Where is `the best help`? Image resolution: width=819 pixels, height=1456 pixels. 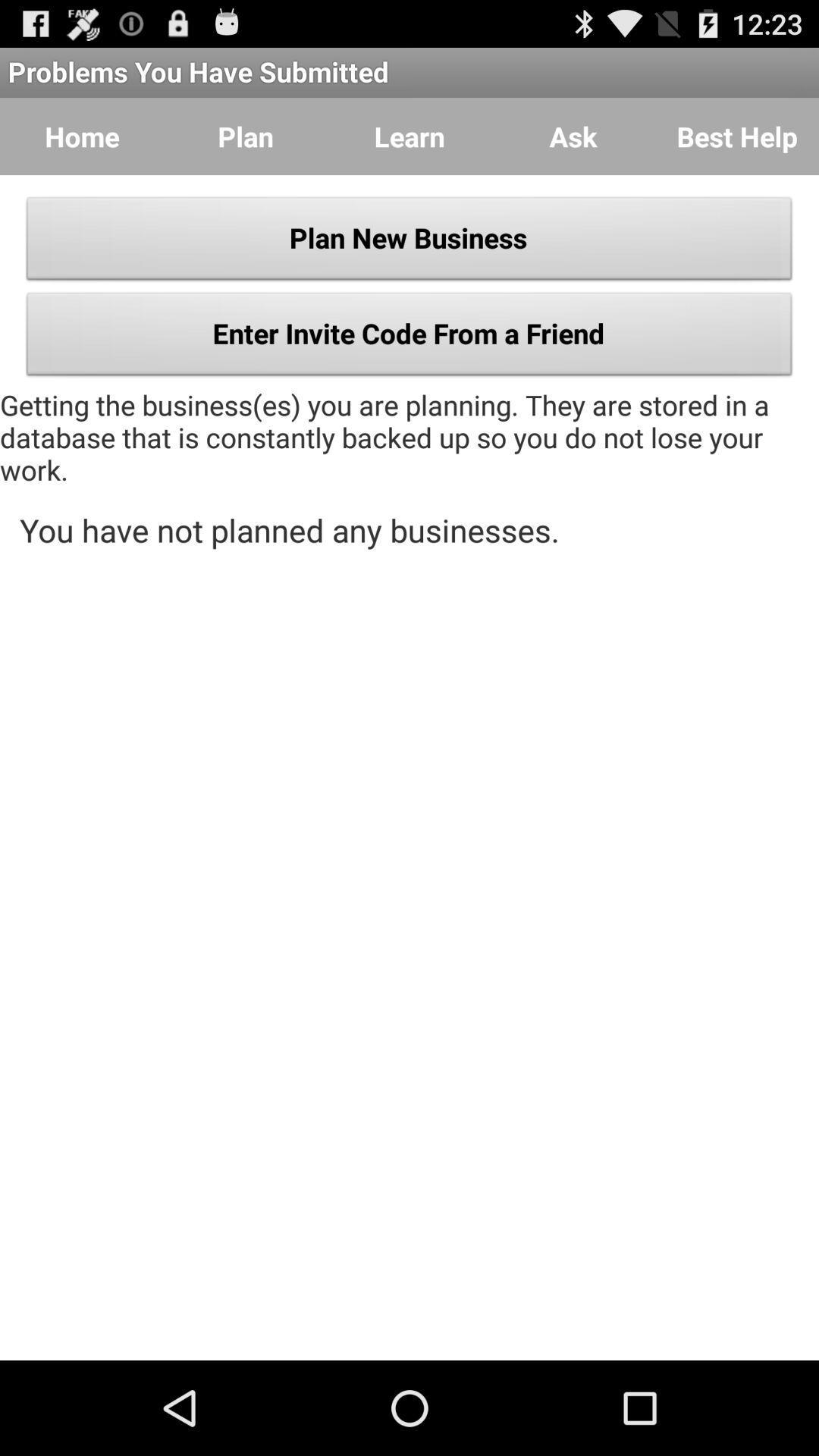
the best help is located at coordinates (736, 136).